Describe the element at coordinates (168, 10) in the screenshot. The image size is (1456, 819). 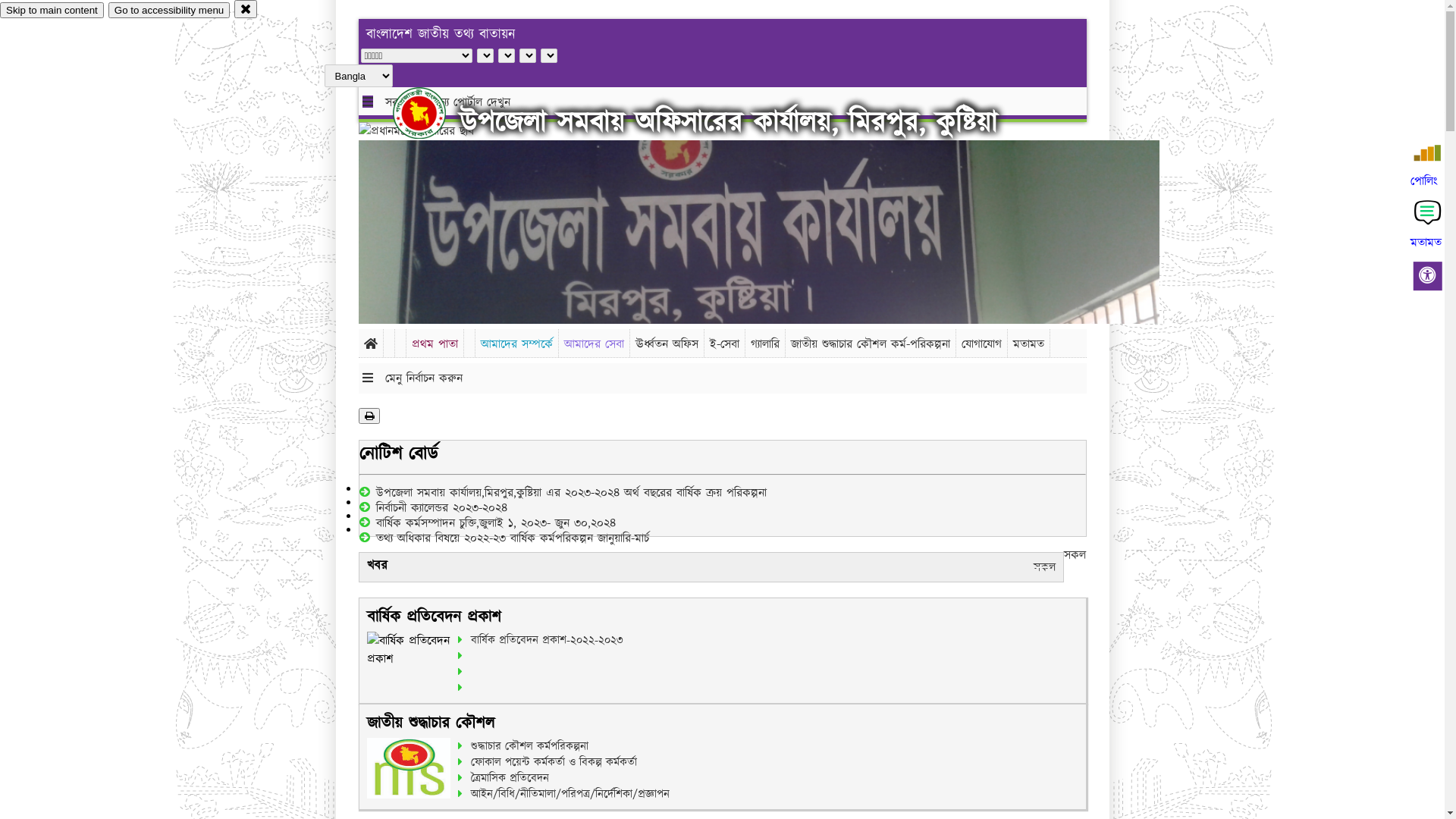
I see `'Go to accessibility menu'` at that location.